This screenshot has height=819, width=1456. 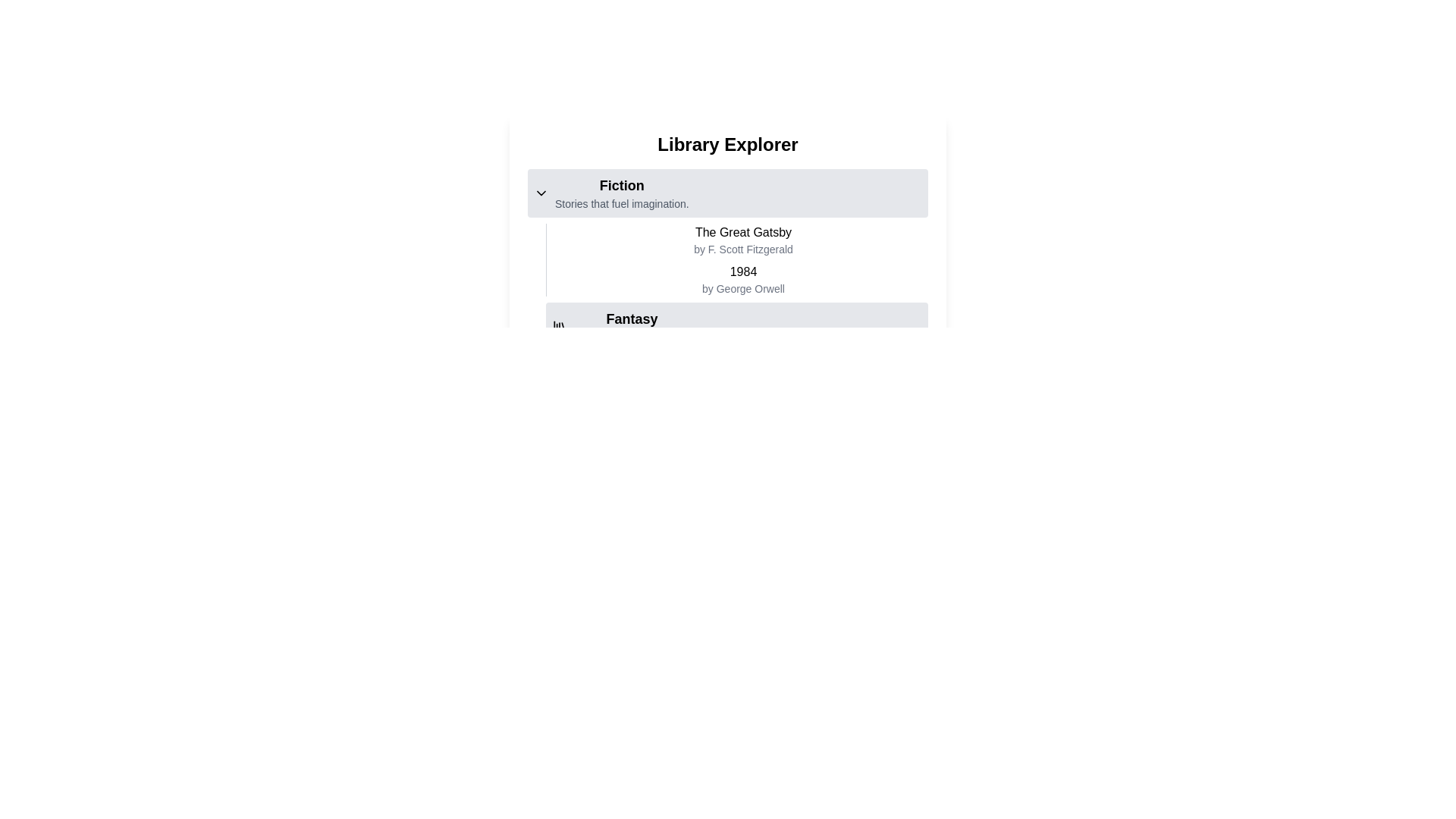 I want to click on the chevron dropdown indicator, so click(x=541, y=192).